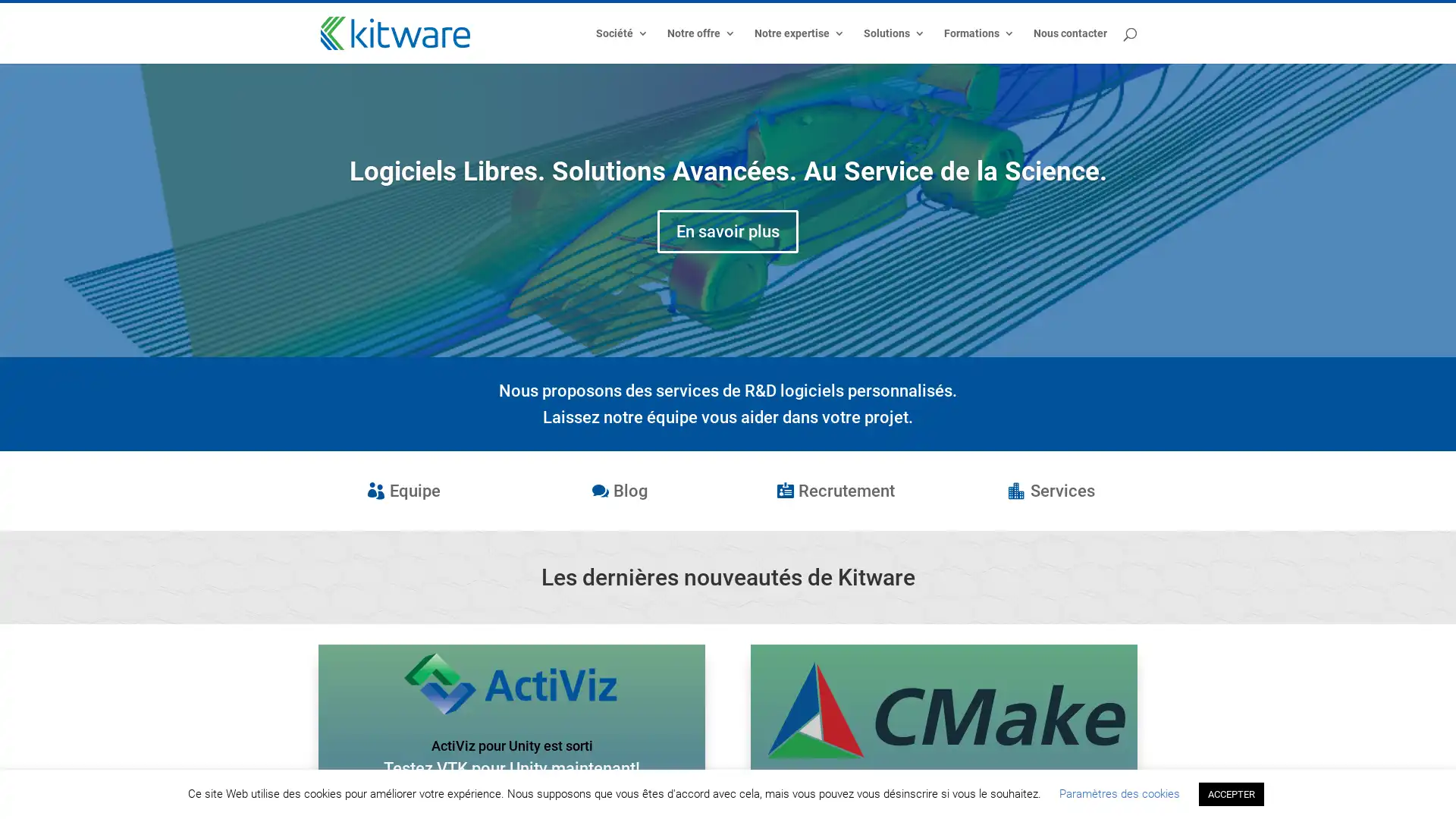  What do you see at coordinates (1231, 793) in the screenshot?
I see `ACCEPTER` at bounding box center [1231, 793].